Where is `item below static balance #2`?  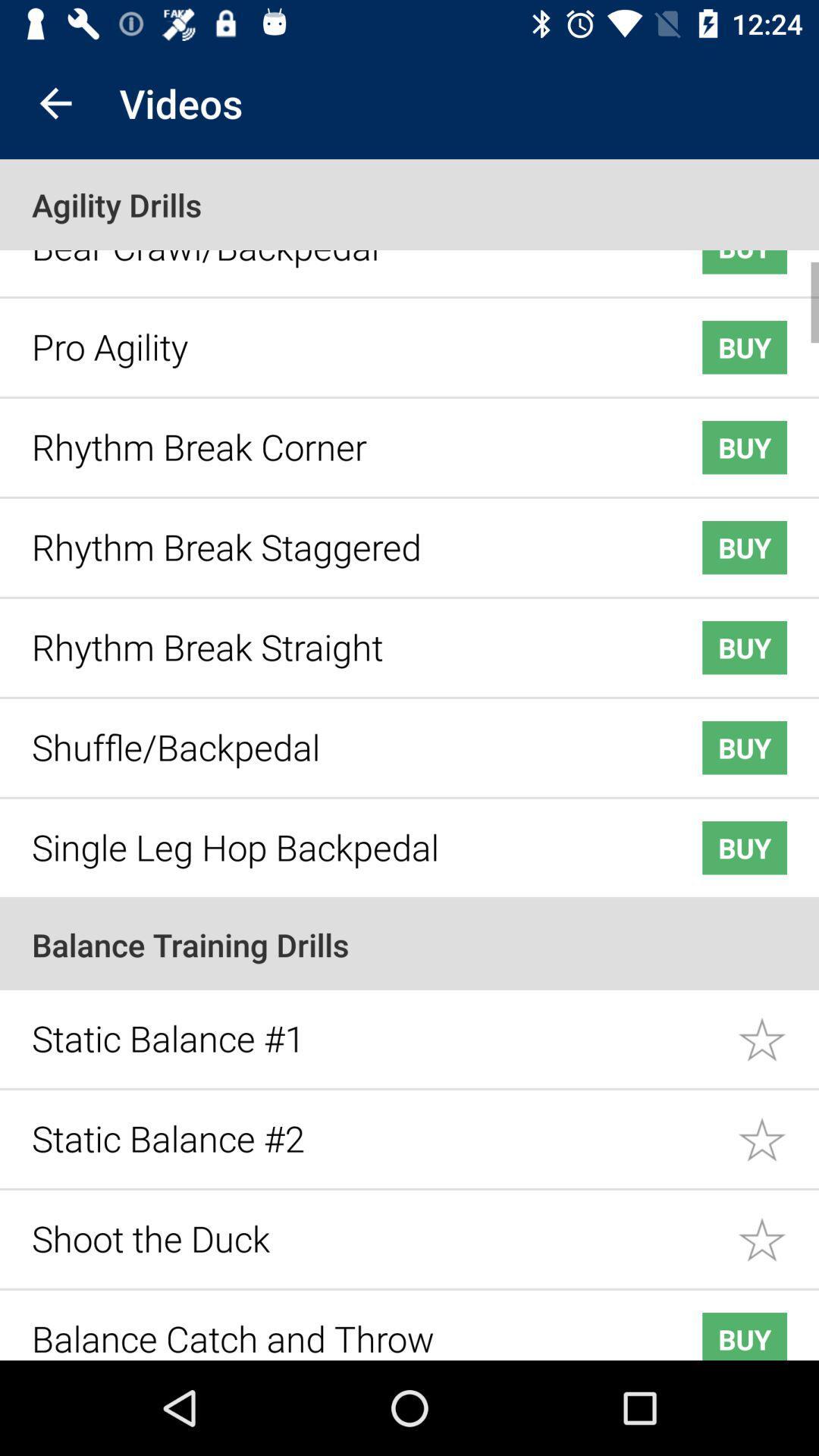 item below static balance #2 is located at coordinates (375, 1227).